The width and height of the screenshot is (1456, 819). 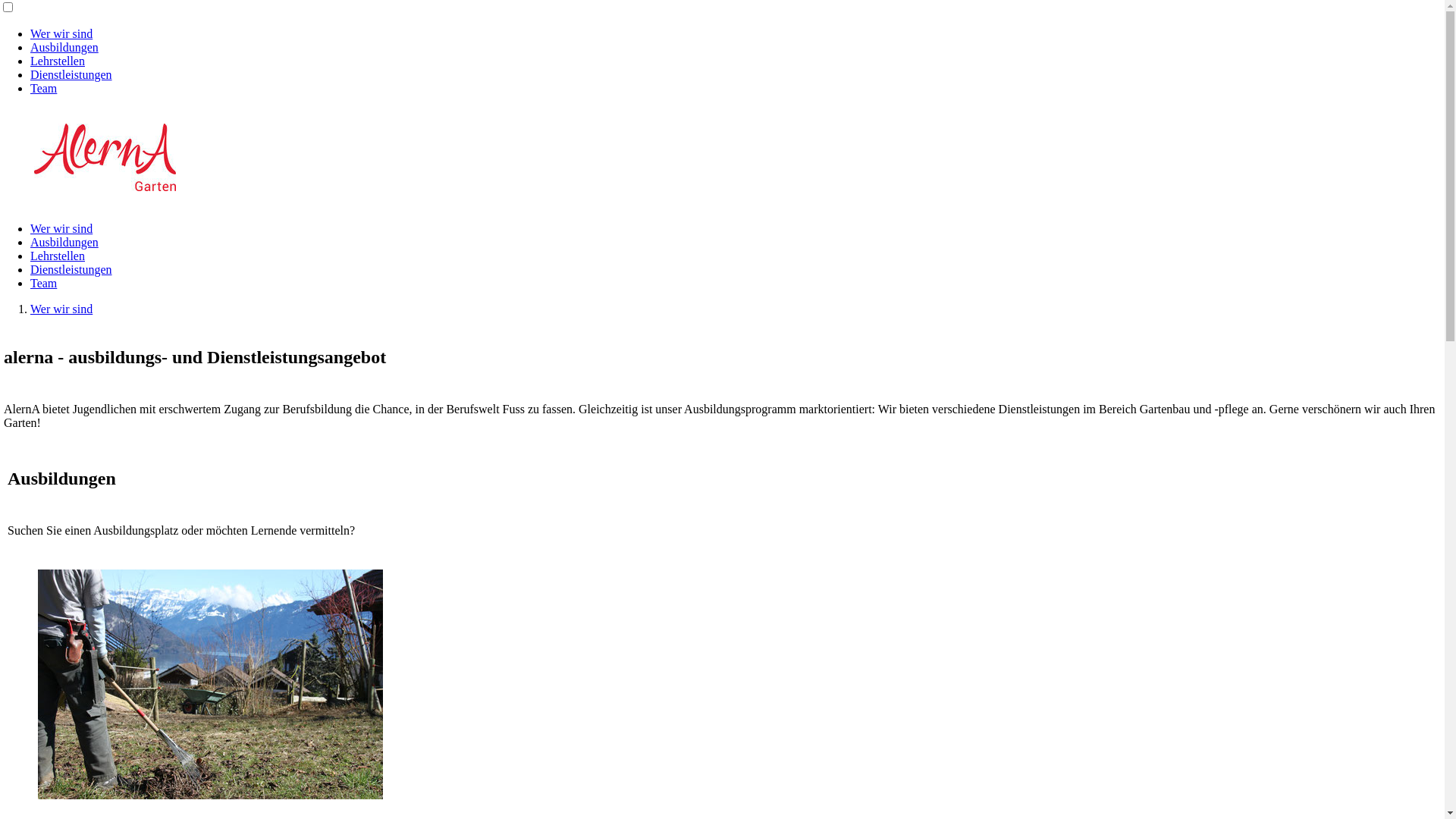 What do you see at coordinates (71, 268) in the screenshot?
I see `'Dienstleistungen'` at bounding box center [71, 268].